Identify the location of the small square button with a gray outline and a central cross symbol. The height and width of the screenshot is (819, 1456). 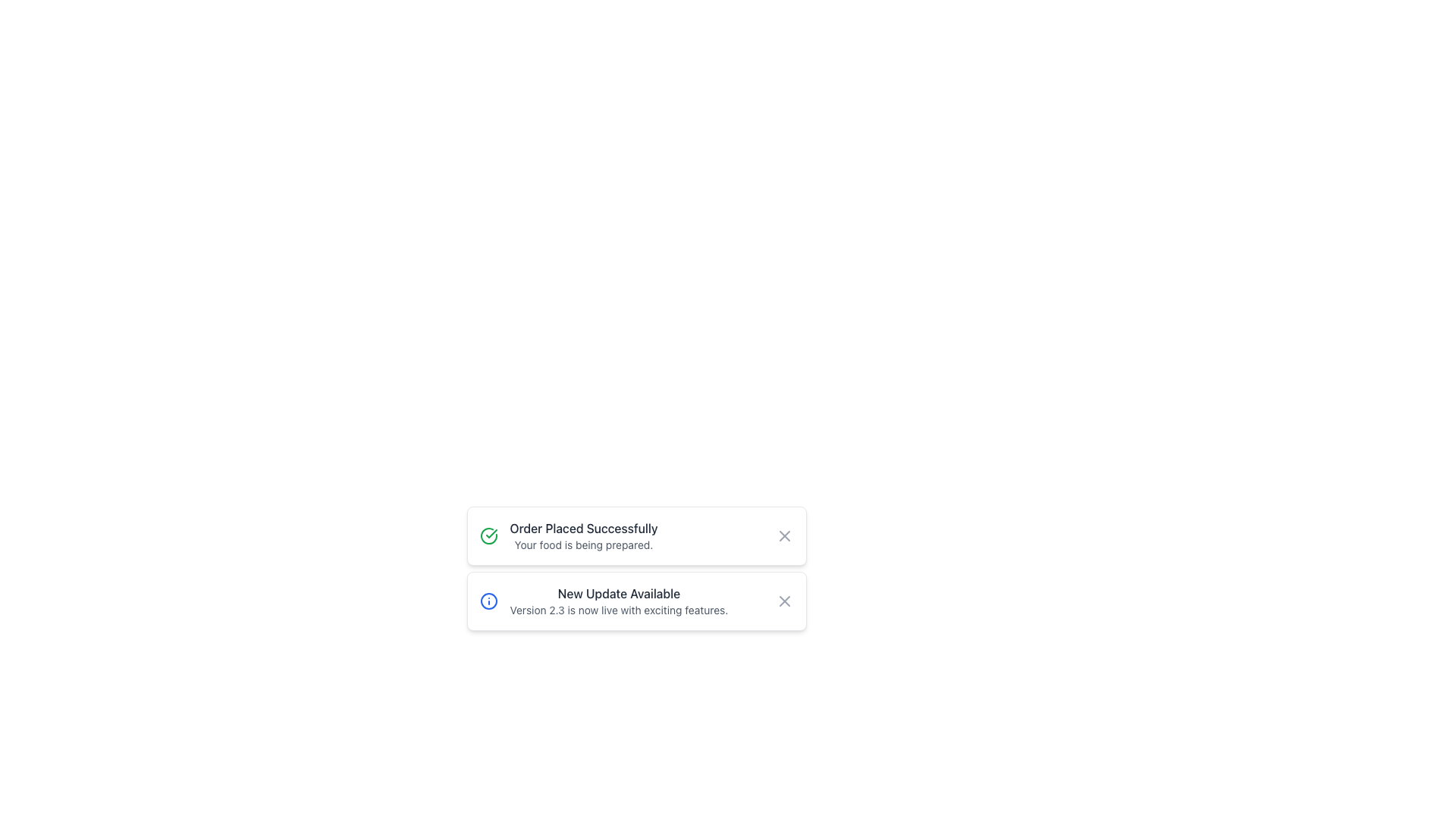
(784, 601).